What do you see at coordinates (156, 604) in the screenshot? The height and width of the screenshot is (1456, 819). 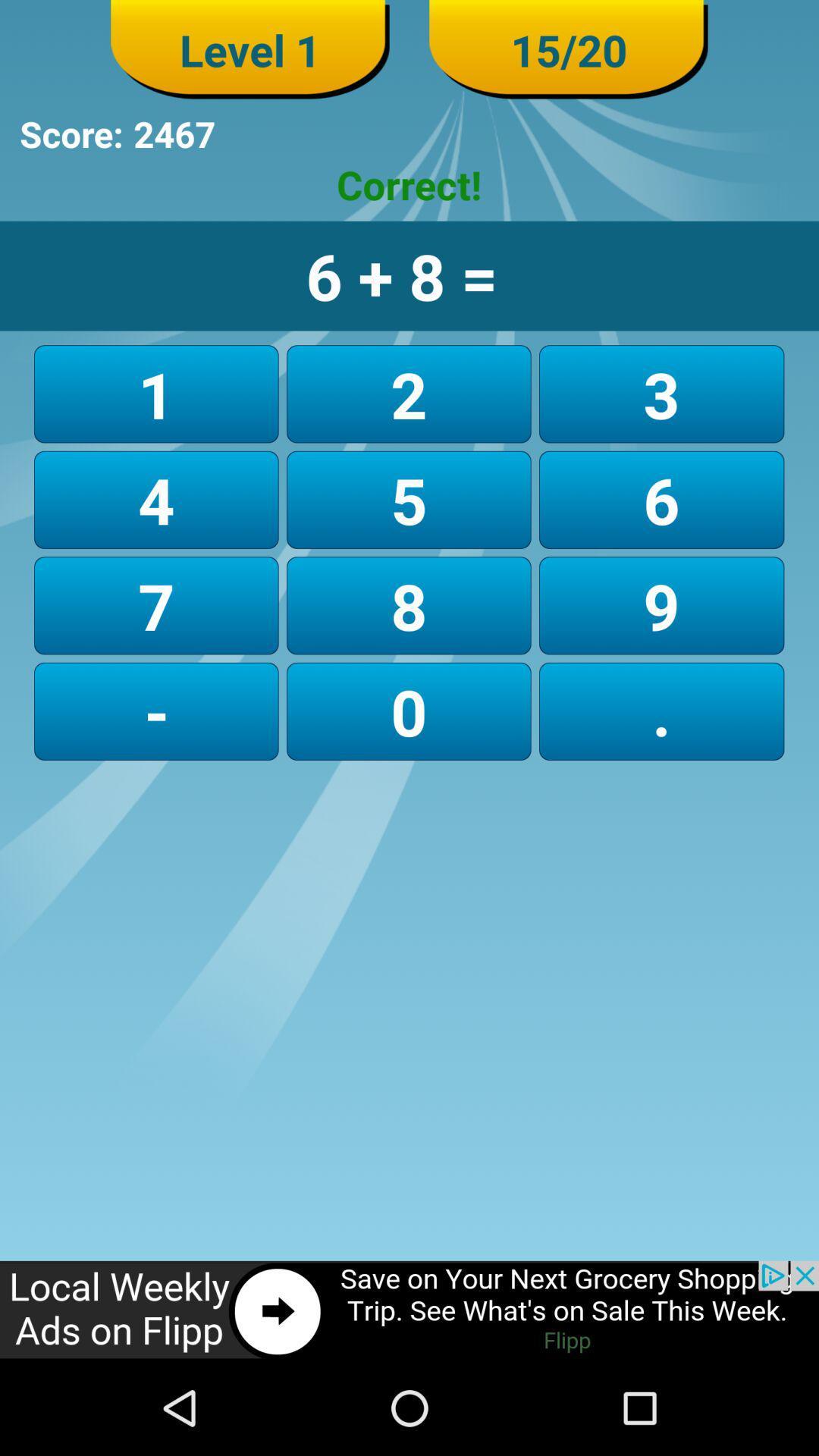 I see `item next to 5 item` at bounding box center [156, 604].